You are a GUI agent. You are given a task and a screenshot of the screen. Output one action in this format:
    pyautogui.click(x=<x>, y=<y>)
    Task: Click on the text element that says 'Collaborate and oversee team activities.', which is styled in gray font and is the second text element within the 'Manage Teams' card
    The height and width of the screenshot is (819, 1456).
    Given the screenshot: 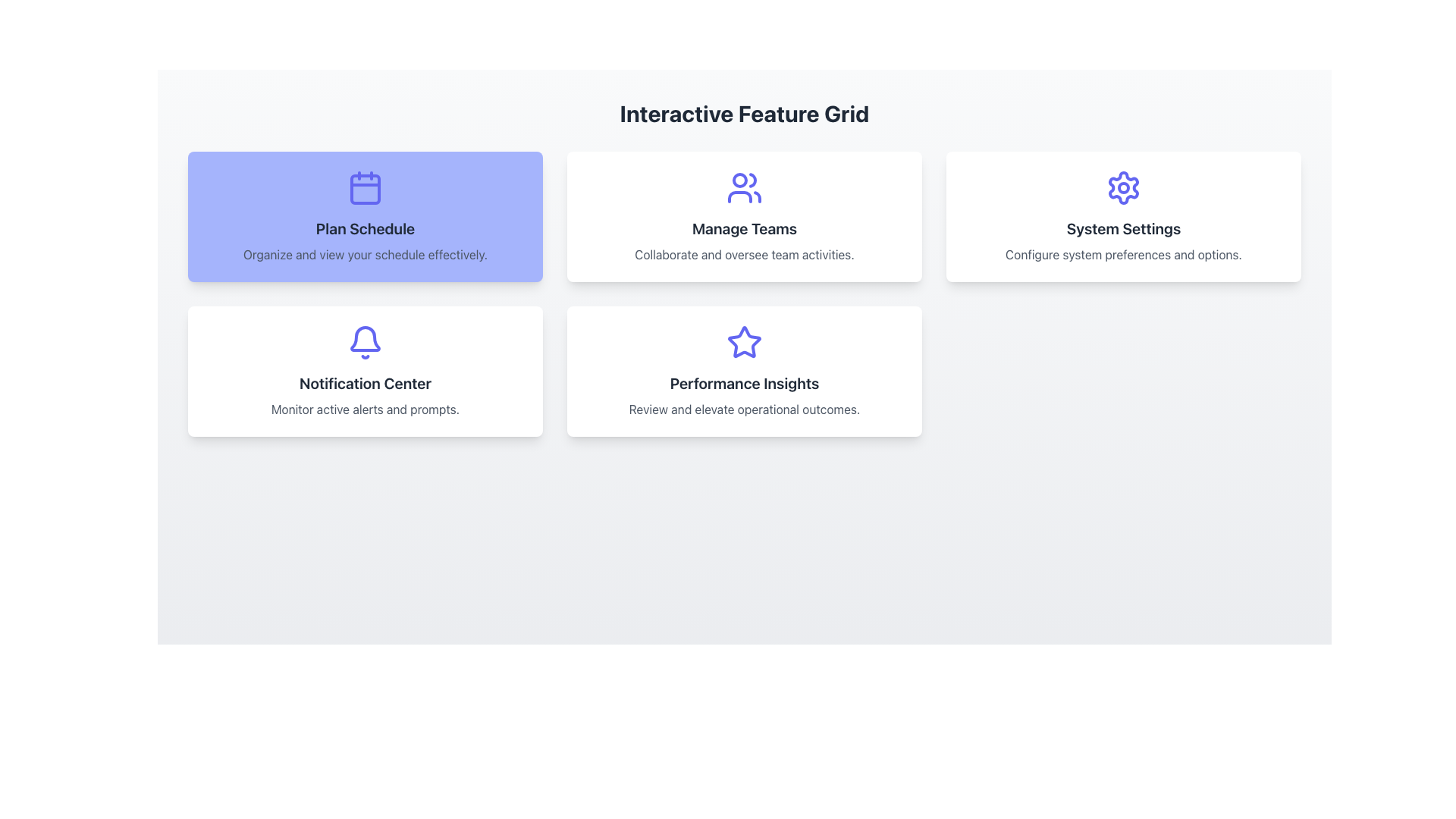 What is the action you would take?
    pyautogui.click(x=745, y=253)
    